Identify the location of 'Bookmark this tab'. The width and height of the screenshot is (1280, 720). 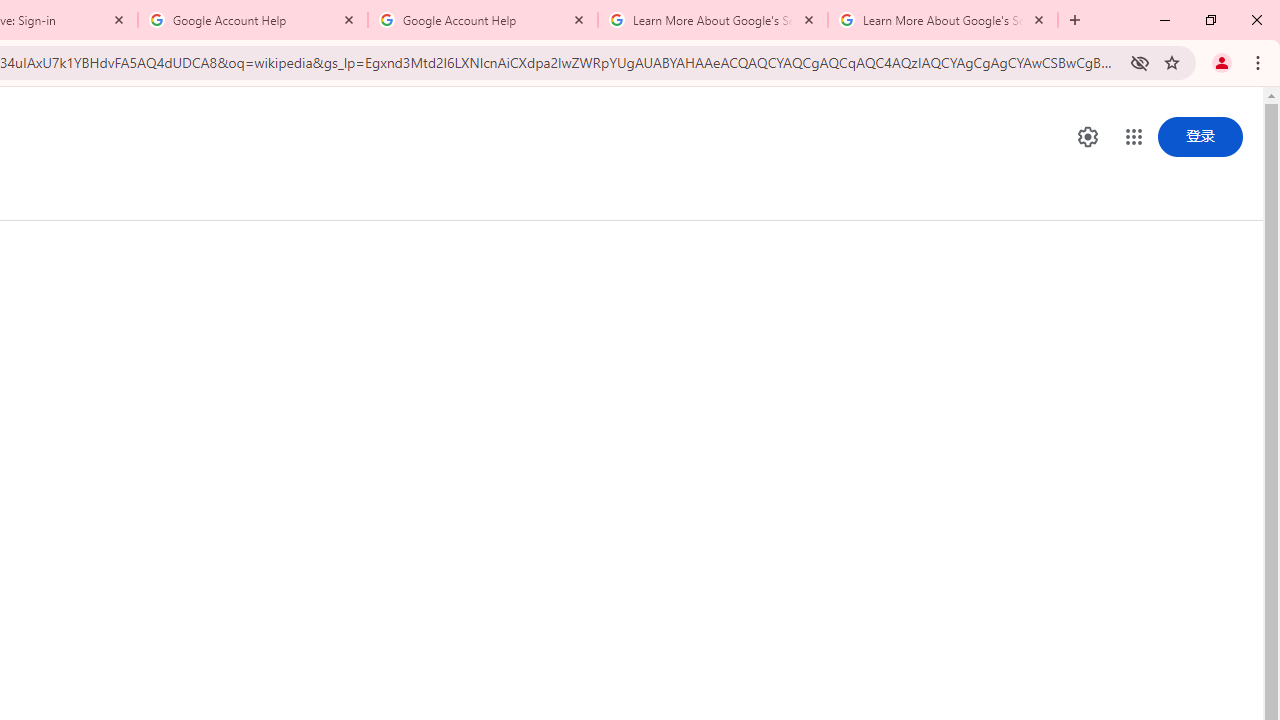
(1171, 61).